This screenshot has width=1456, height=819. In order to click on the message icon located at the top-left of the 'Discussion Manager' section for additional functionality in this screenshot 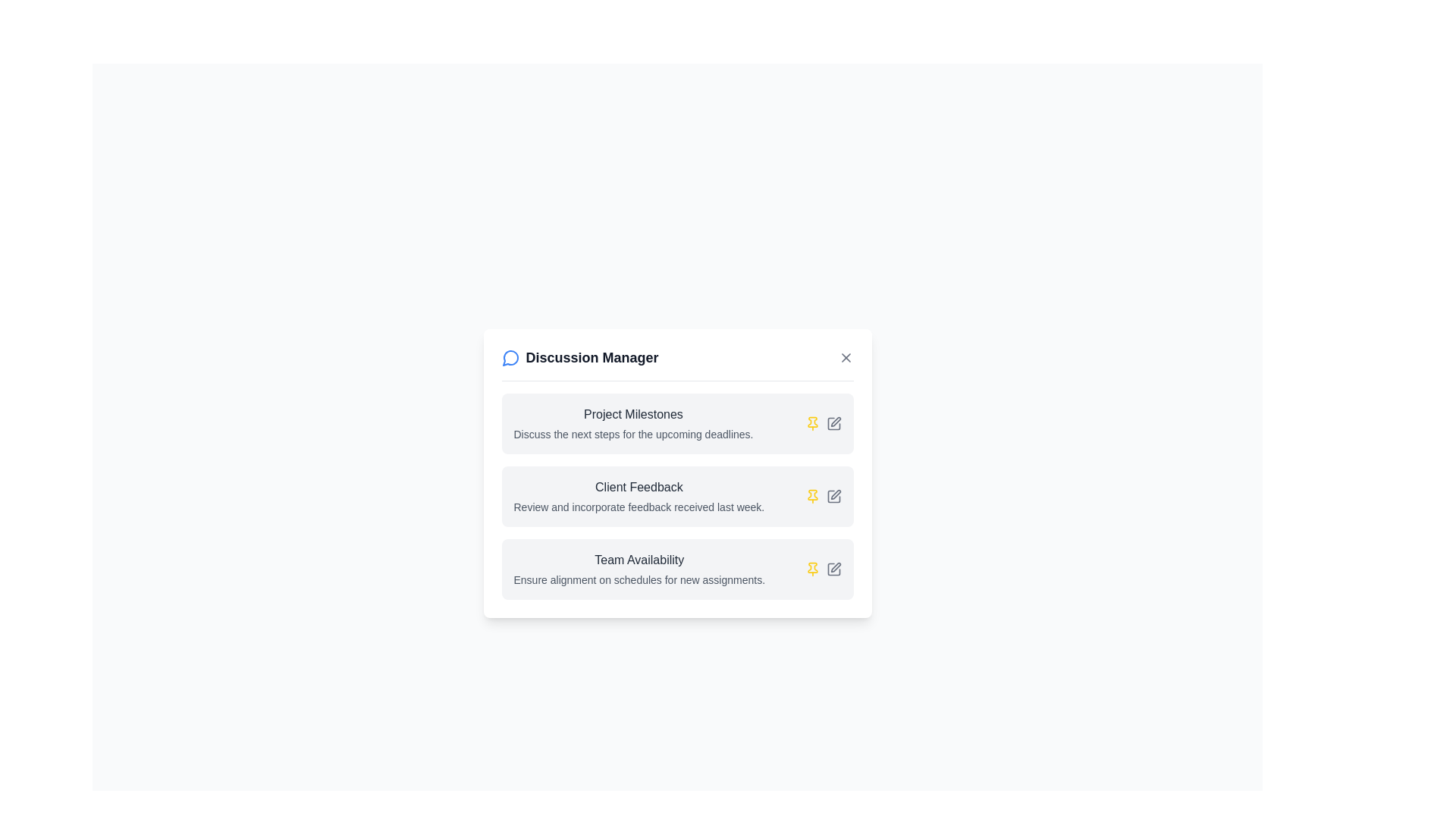, I will do `click(510, 356)`.